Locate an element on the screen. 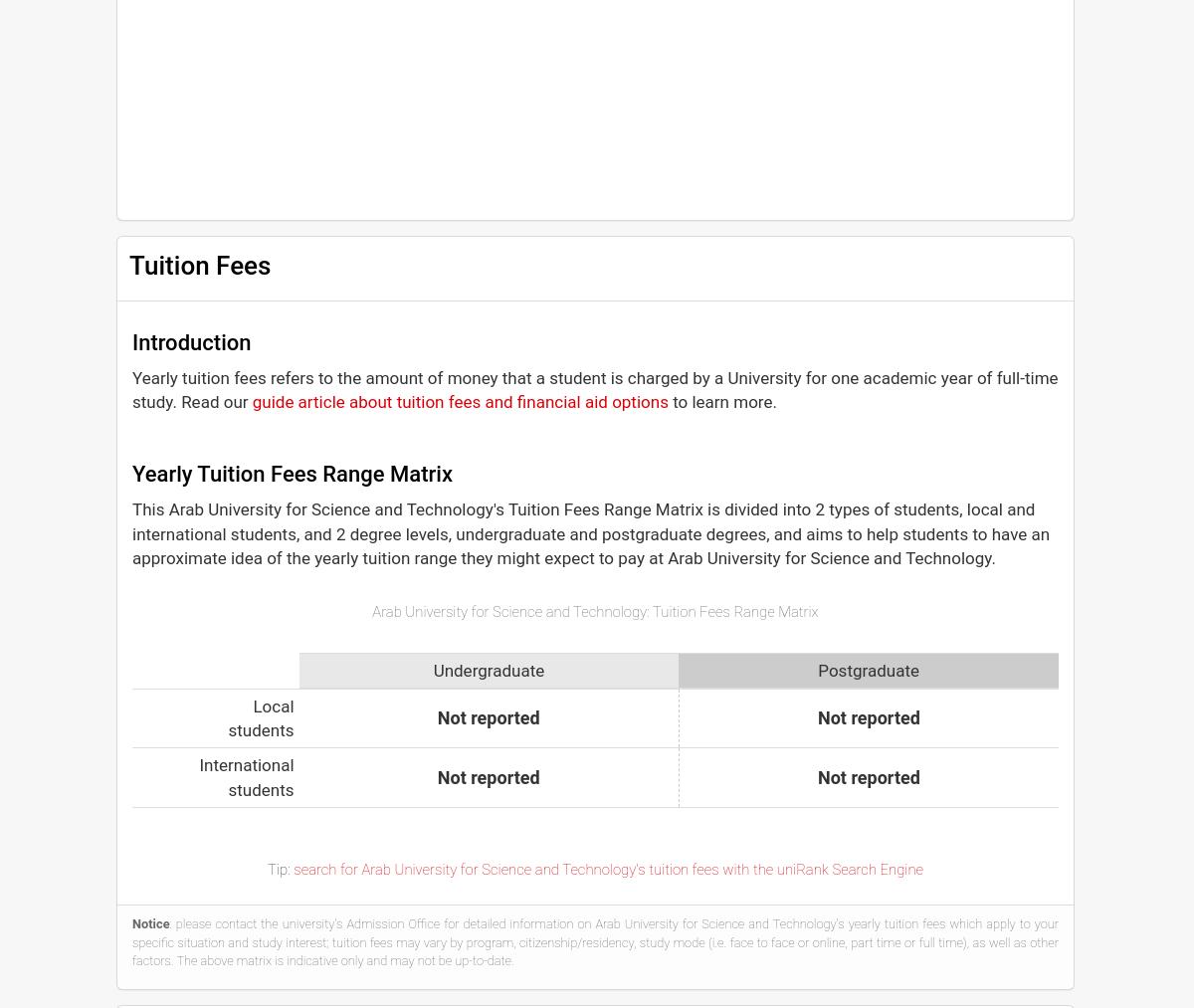  ': please contact the university's Admission Office for detailed information on Arab University for Science and Technology's yearly tuition fees which apply to your specific situation and study interest; tuition fees may vary by program, citizenship/residency, study mode (i.e. face to face or online, part time or full time), as well as other factors. The above matrix is indicative only and may not be up-to-date.' is located at coordinates (131, 941).